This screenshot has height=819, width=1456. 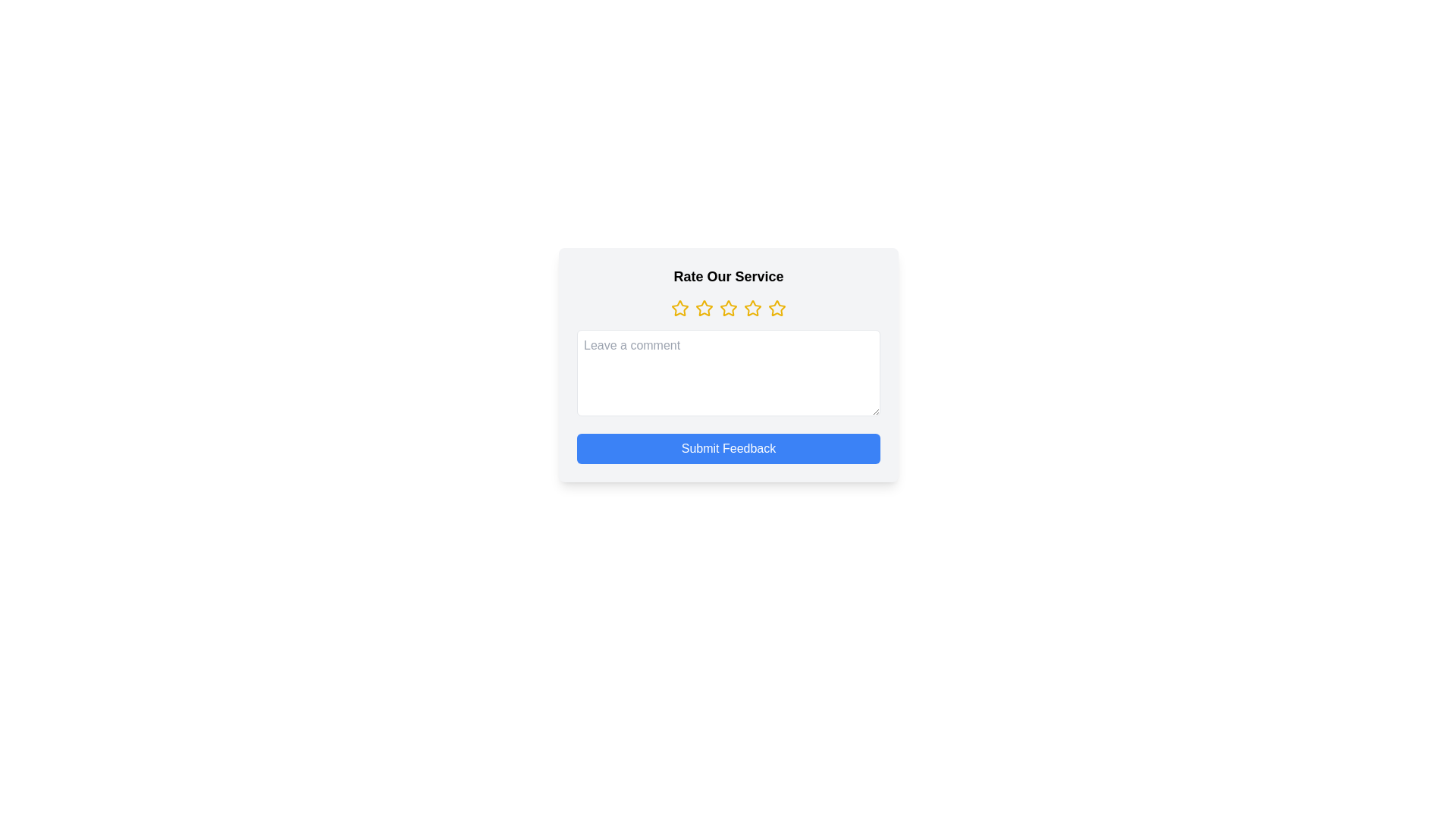 I want to click on the fifth yellow outlined star icon in the horizontal arrangement of stars on the feedback rating bar, so click(x=777, y=308).